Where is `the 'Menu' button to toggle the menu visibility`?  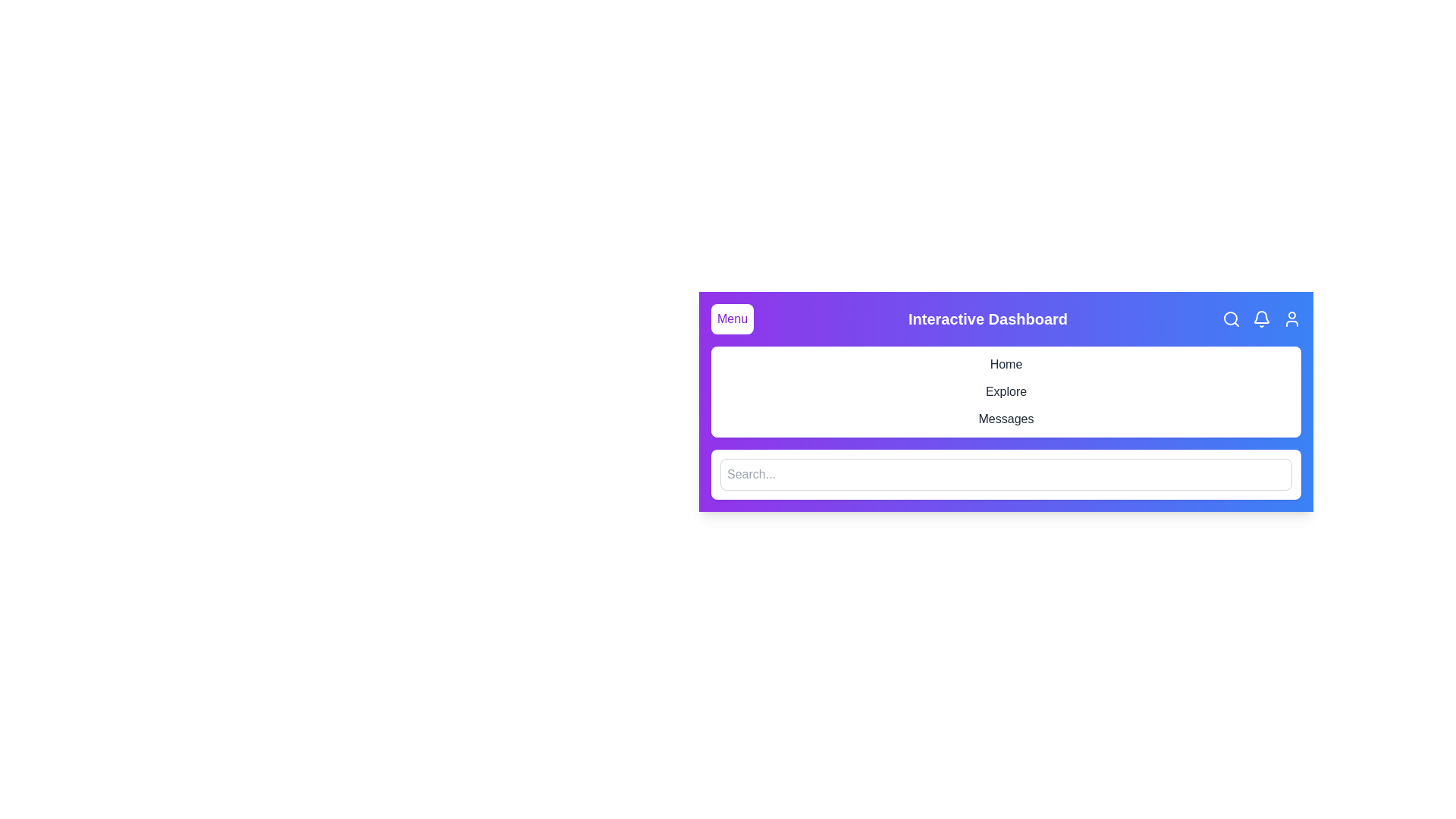
the 'Menu' button to toggle the menu visibility is located at coordinates (732, 318).